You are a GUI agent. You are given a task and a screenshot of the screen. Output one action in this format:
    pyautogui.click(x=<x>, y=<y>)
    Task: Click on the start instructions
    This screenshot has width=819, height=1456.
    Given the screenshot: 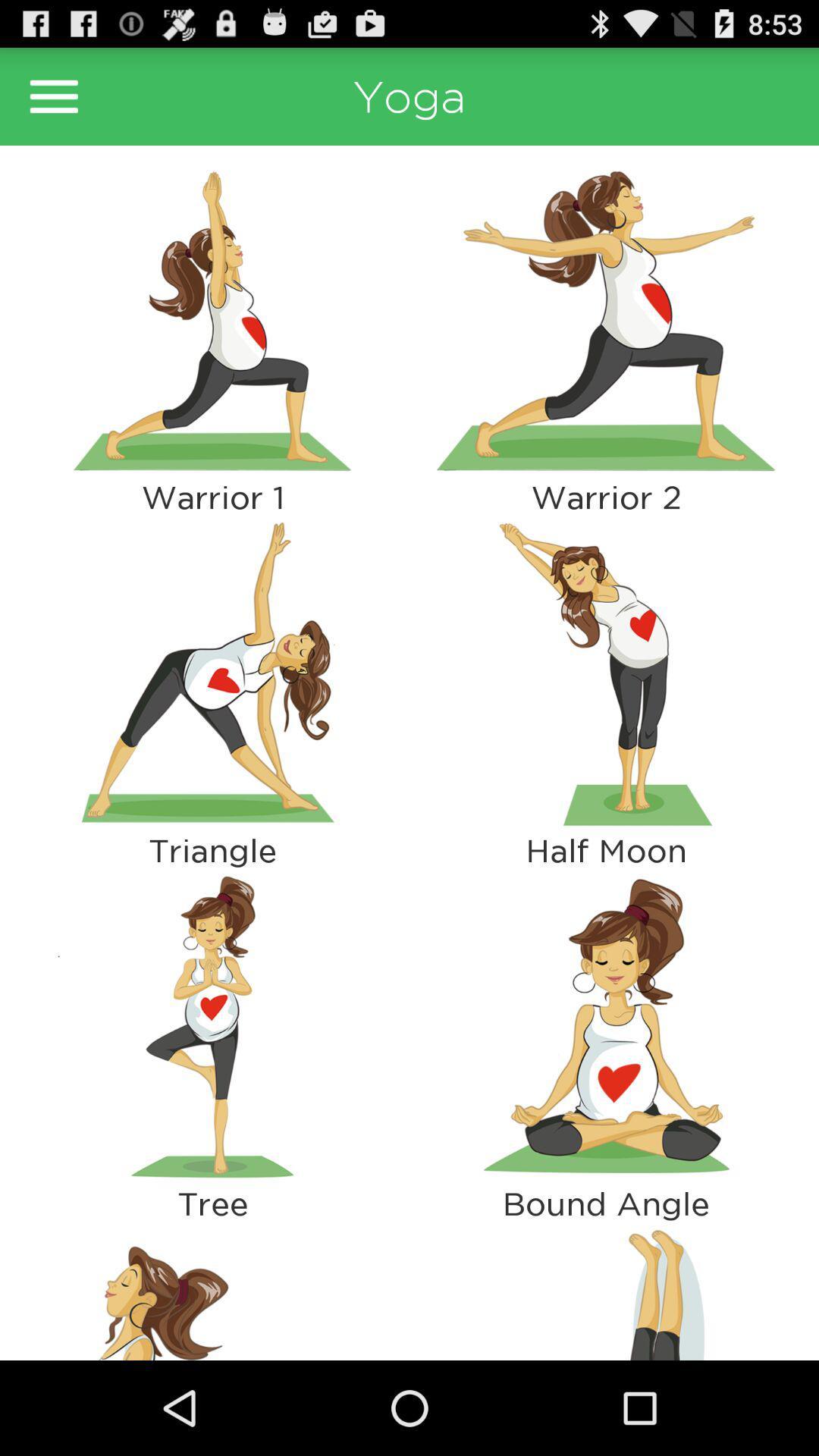 What is the action you would take?
    pyautogui.click(x=212, y=1027)
    